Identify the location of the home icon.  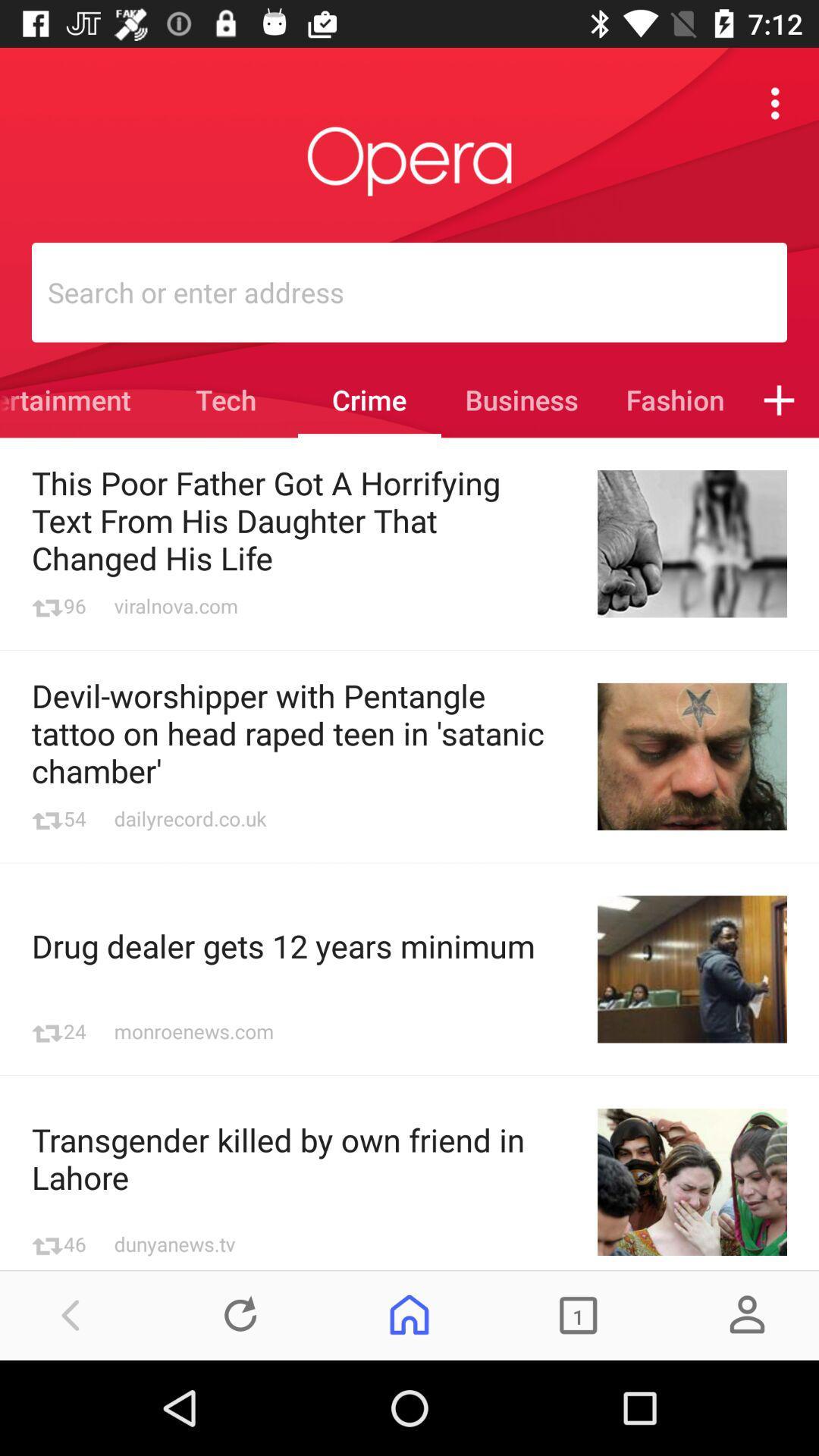
(409, 1314).